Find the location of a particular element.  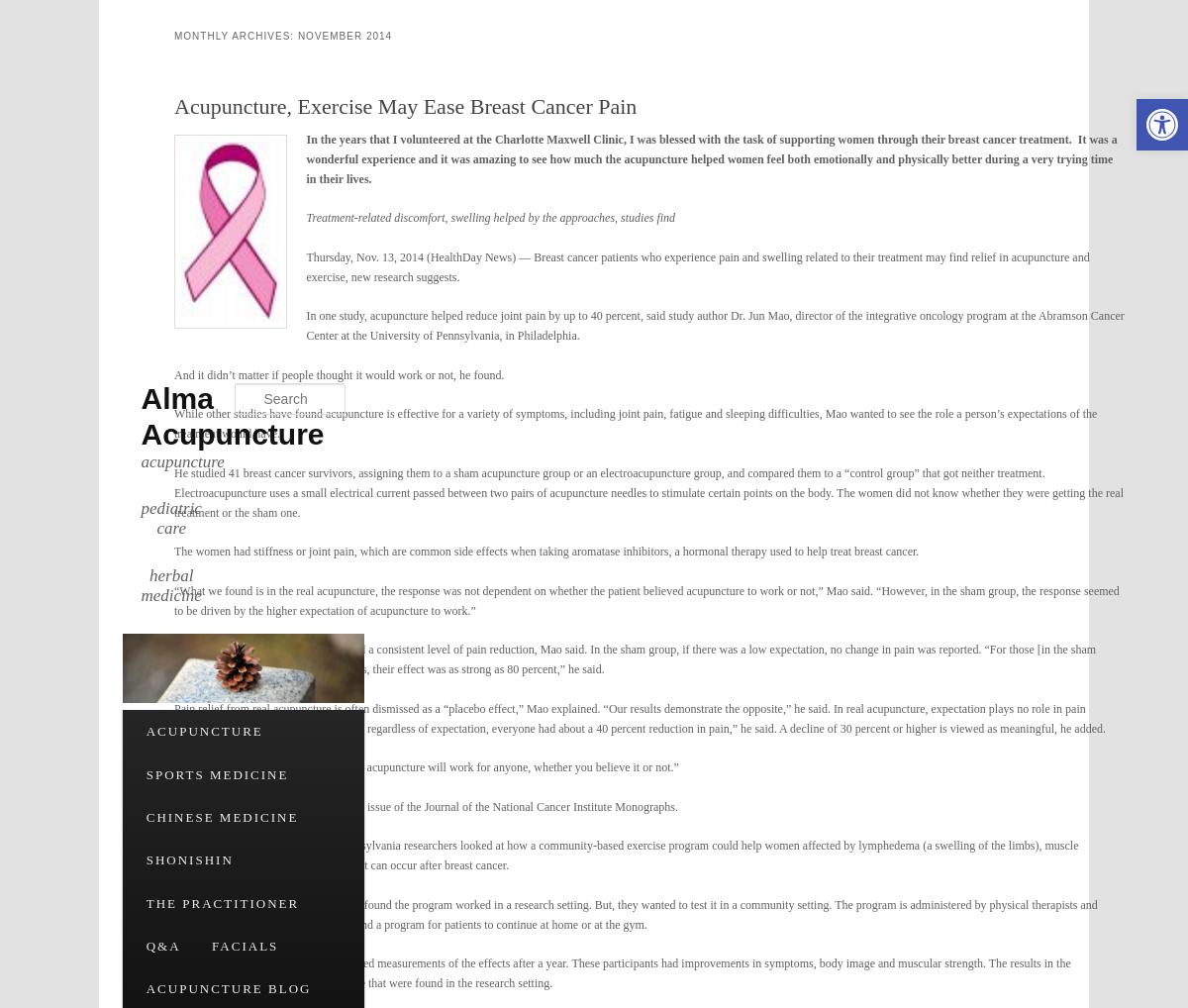

'Monthly Archives:' is located at coordinates (173, 35).